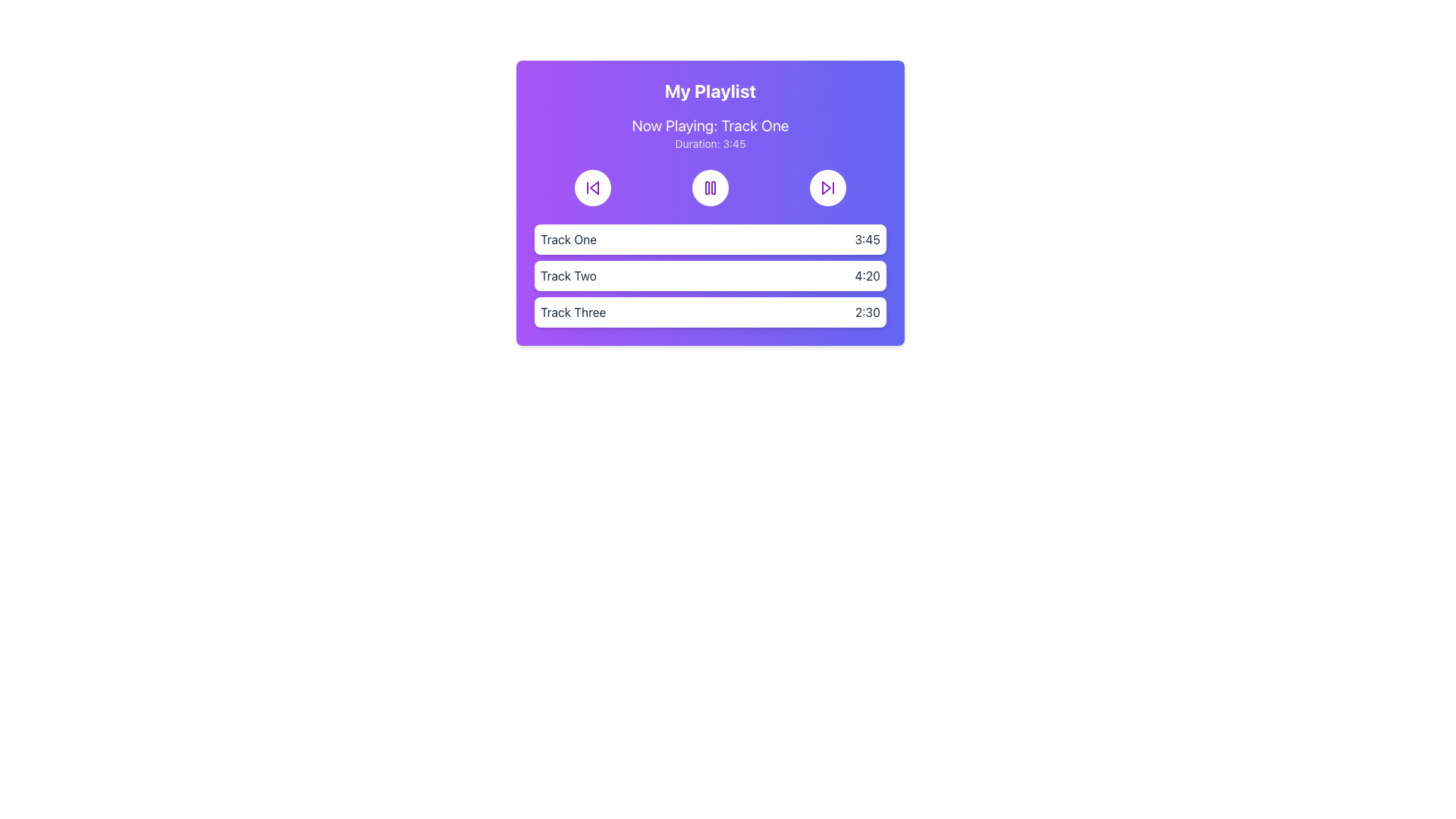 This screenshot has height=819, width=1456. Describe the element at coordinates (868, 239) in the screenshot. I see `content from the right-aligned text label indicating the duration of the track in minutes and seconds, which is located adjacent to the 'Track One' title` at that location.